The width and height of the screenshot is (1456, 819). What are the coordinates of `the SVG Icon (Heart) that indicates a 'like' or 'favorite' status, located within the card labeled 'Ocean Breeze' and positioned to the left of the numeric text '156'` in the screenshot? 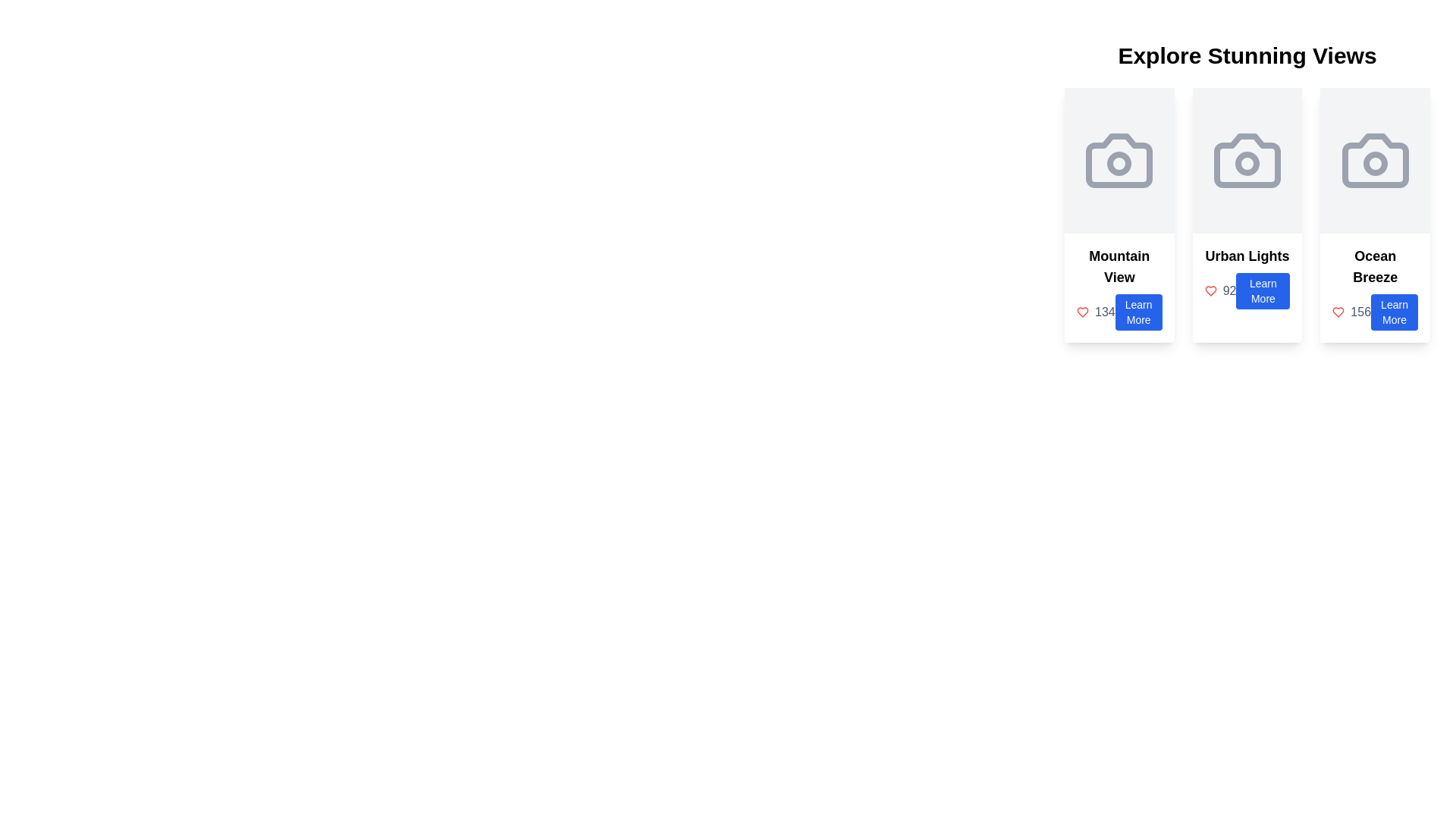 It's located at (1338, 312).